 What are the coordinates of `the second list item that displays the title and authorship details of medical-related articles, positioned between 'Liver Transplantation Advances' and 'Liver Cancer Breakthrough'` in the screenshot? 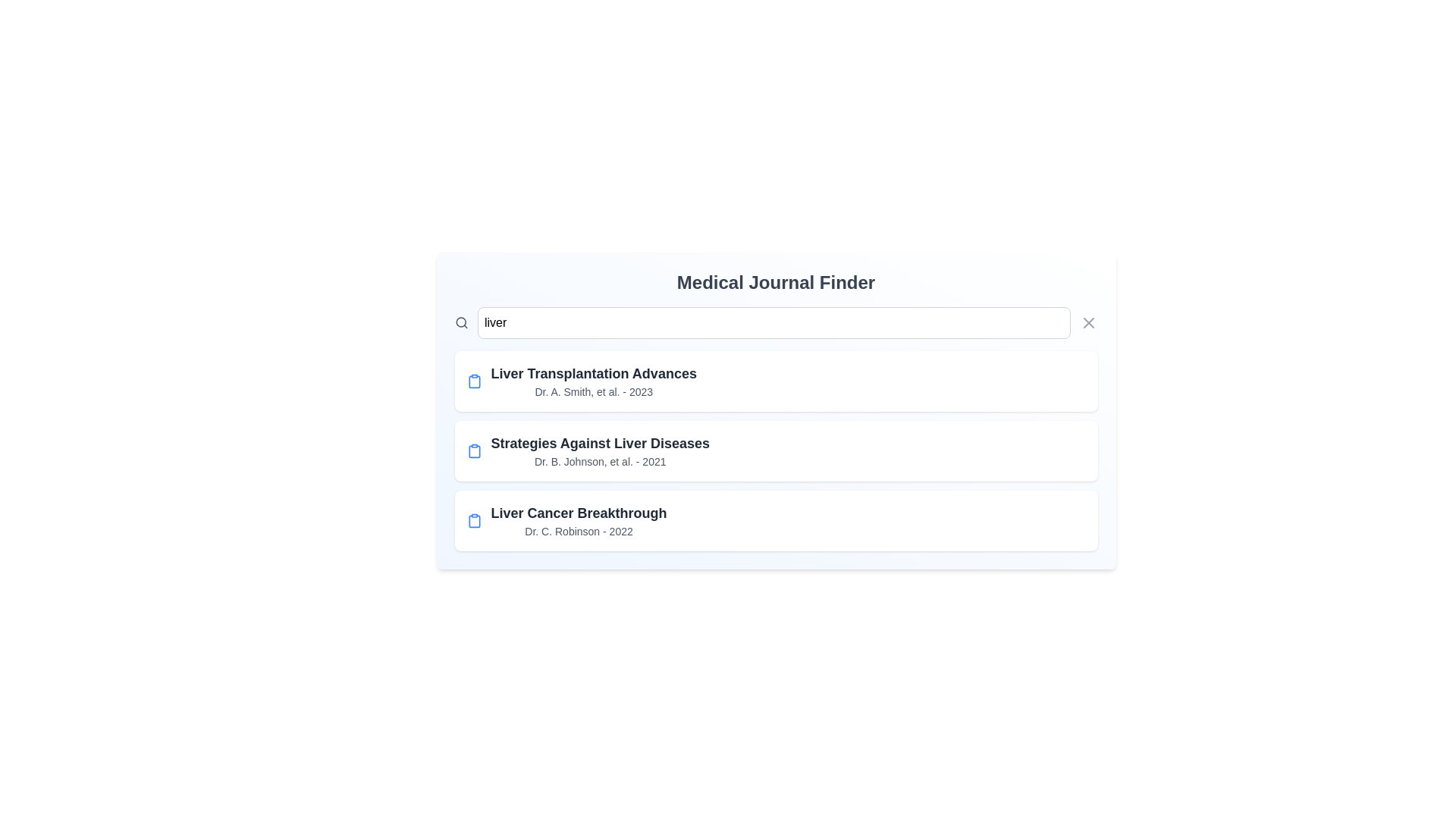 It's located at (776, 450).